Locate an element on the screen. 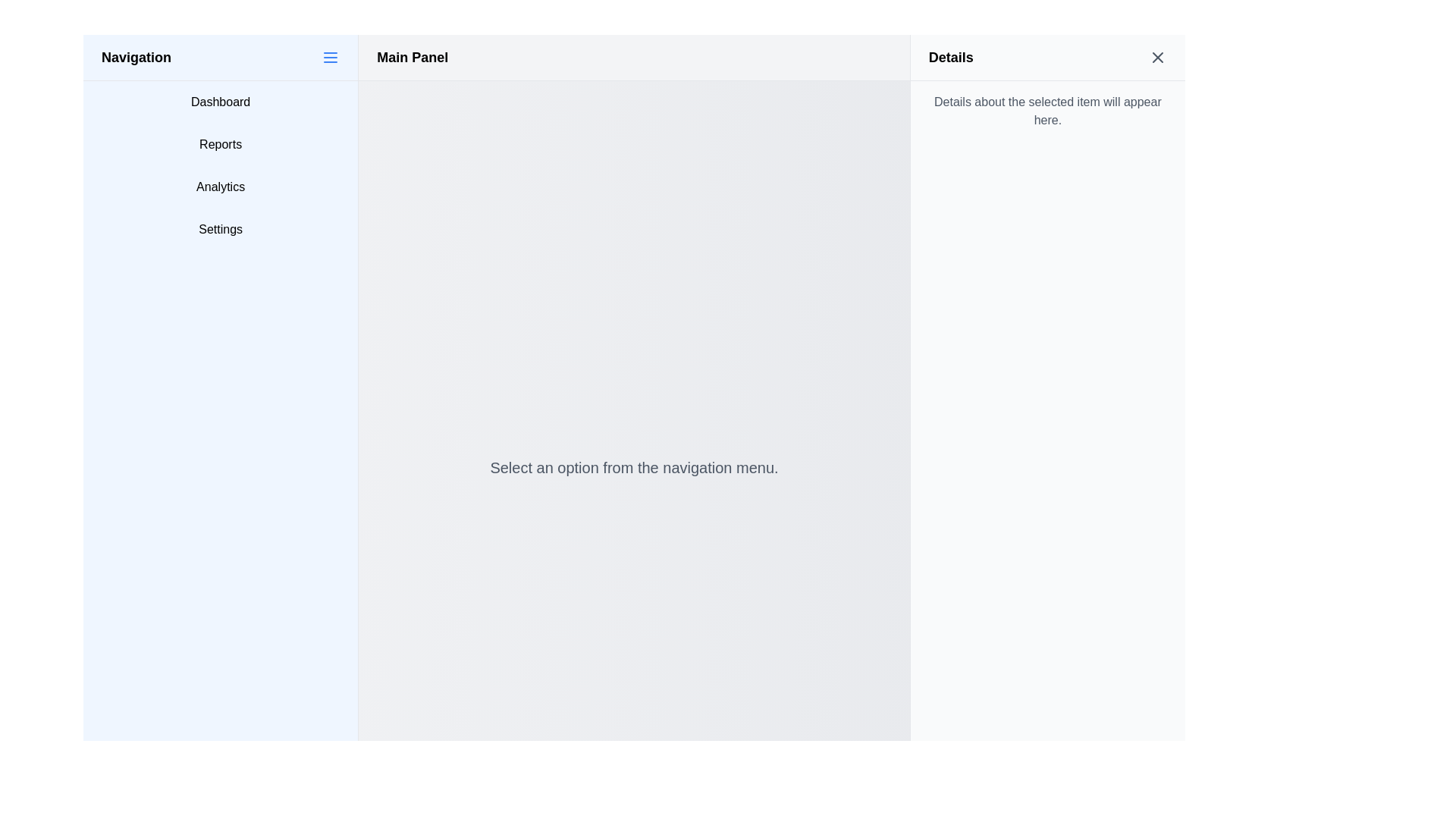 This screenshot has width=1456, height=819. the static text element labeled 'Details' that is styled in bold and located in the top-right header section of the interface is located at coordinates (950, 57).